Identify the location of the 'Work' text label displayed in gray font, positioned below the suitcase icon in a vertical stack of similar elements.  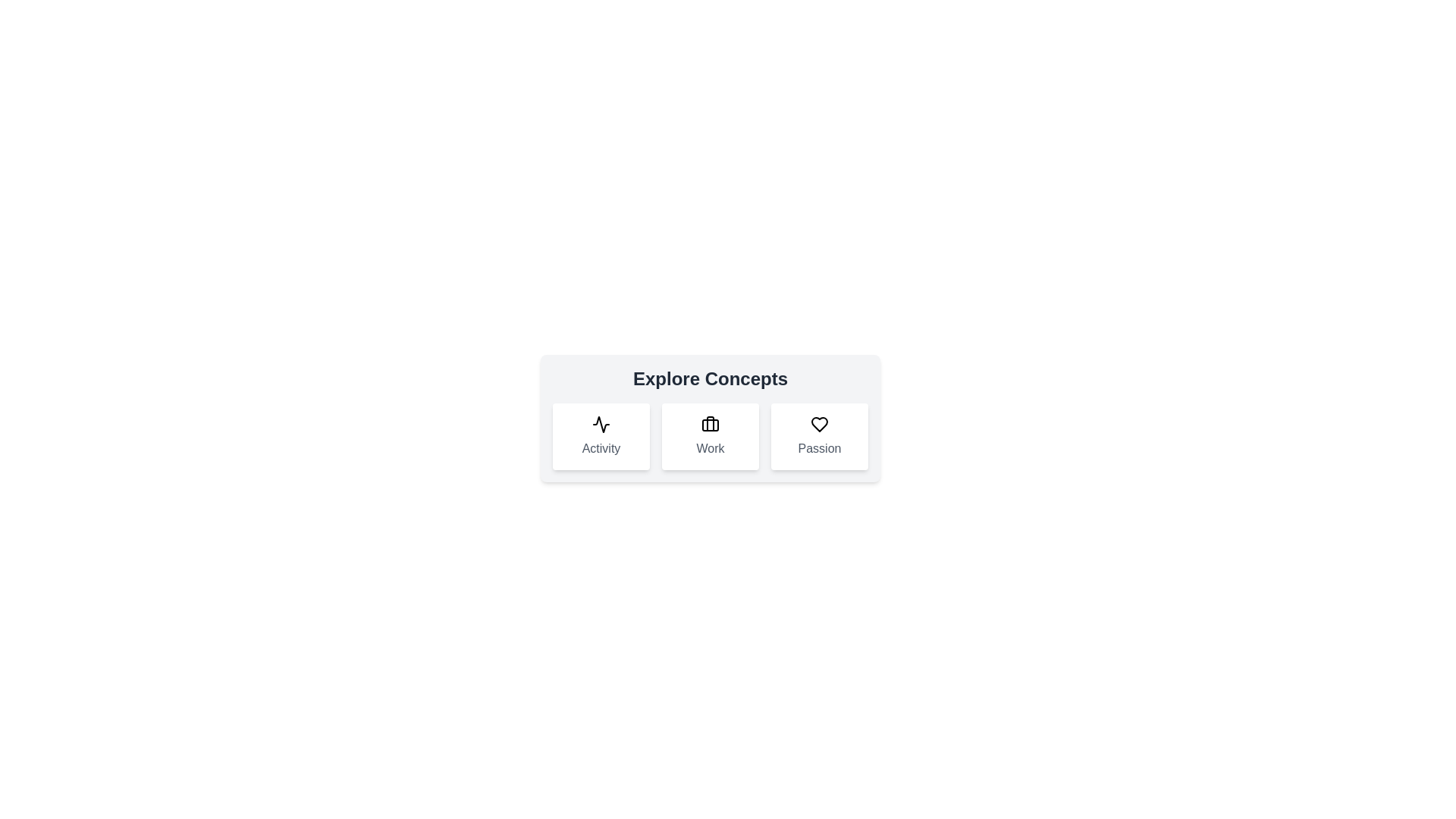
(709, 447).